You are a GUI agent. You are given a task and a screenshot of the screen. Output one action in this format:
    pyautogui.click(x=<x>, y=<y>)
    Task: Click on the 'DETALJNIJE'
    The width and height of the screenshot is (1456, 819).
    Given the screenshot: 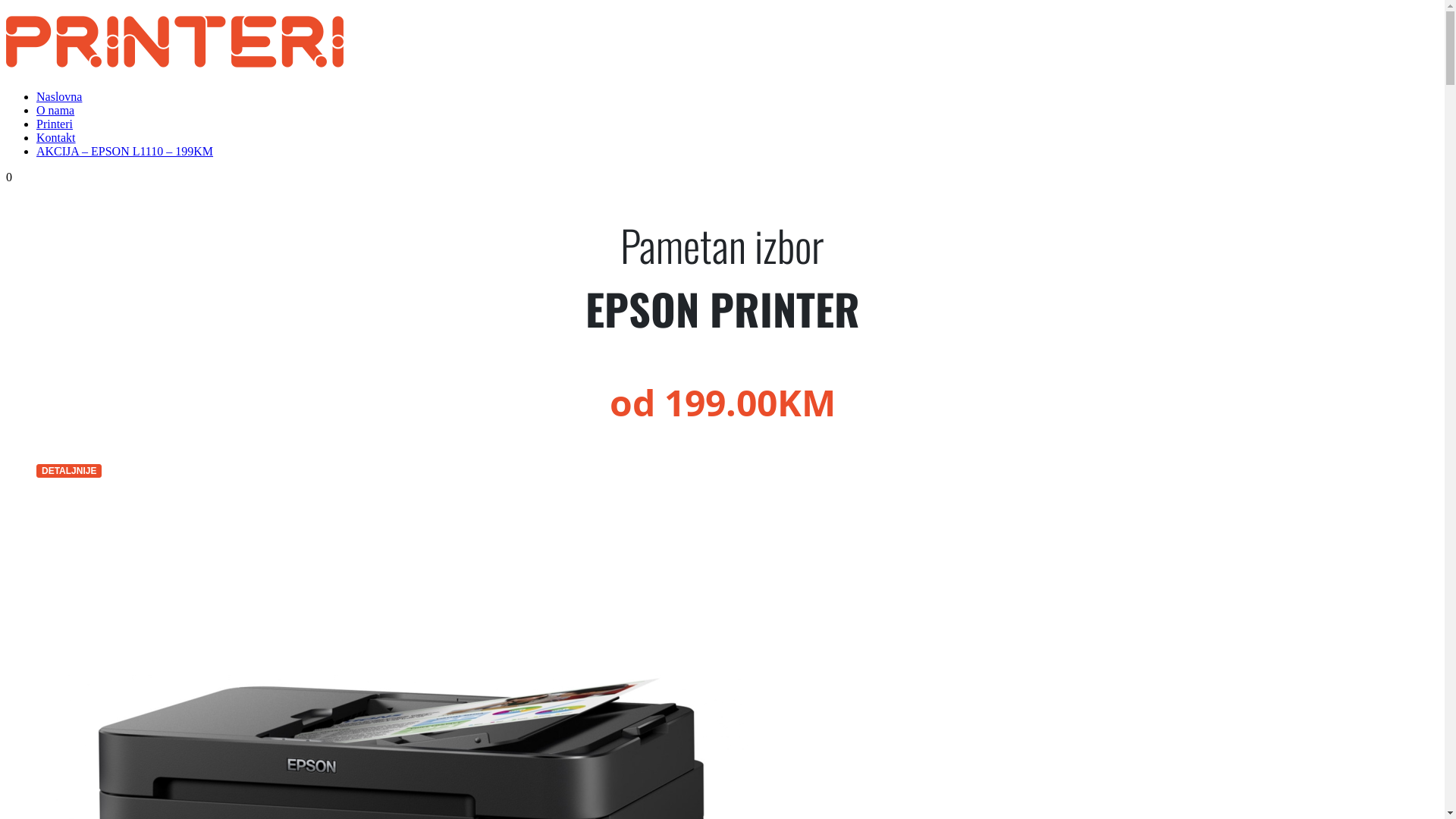 What is the action you would take?
    pyautogui.click(x=68, y=470)
    